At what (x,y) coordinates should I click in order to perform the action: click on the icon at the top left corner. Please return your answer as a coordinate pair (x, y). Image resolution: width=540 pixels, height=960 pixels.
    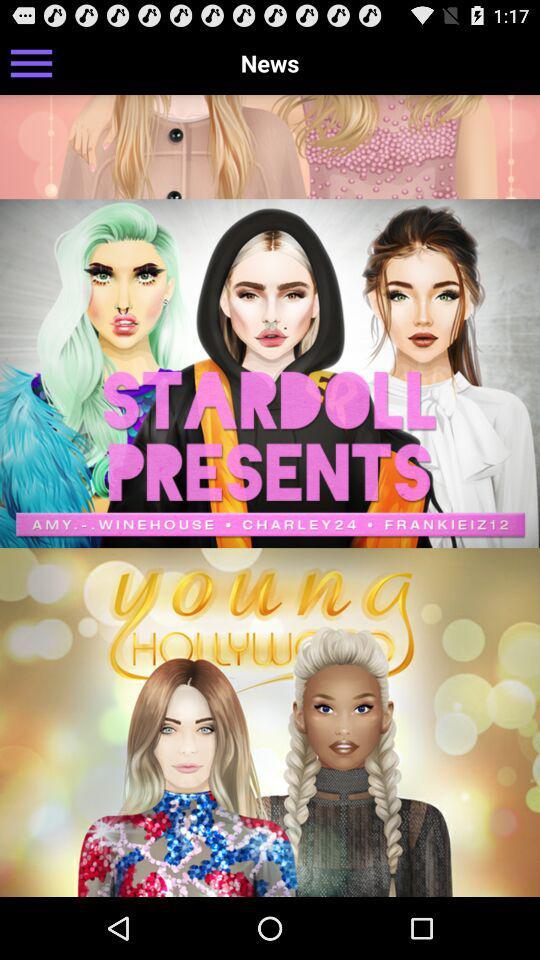
    Looking at the image, I should click on (30, 62).